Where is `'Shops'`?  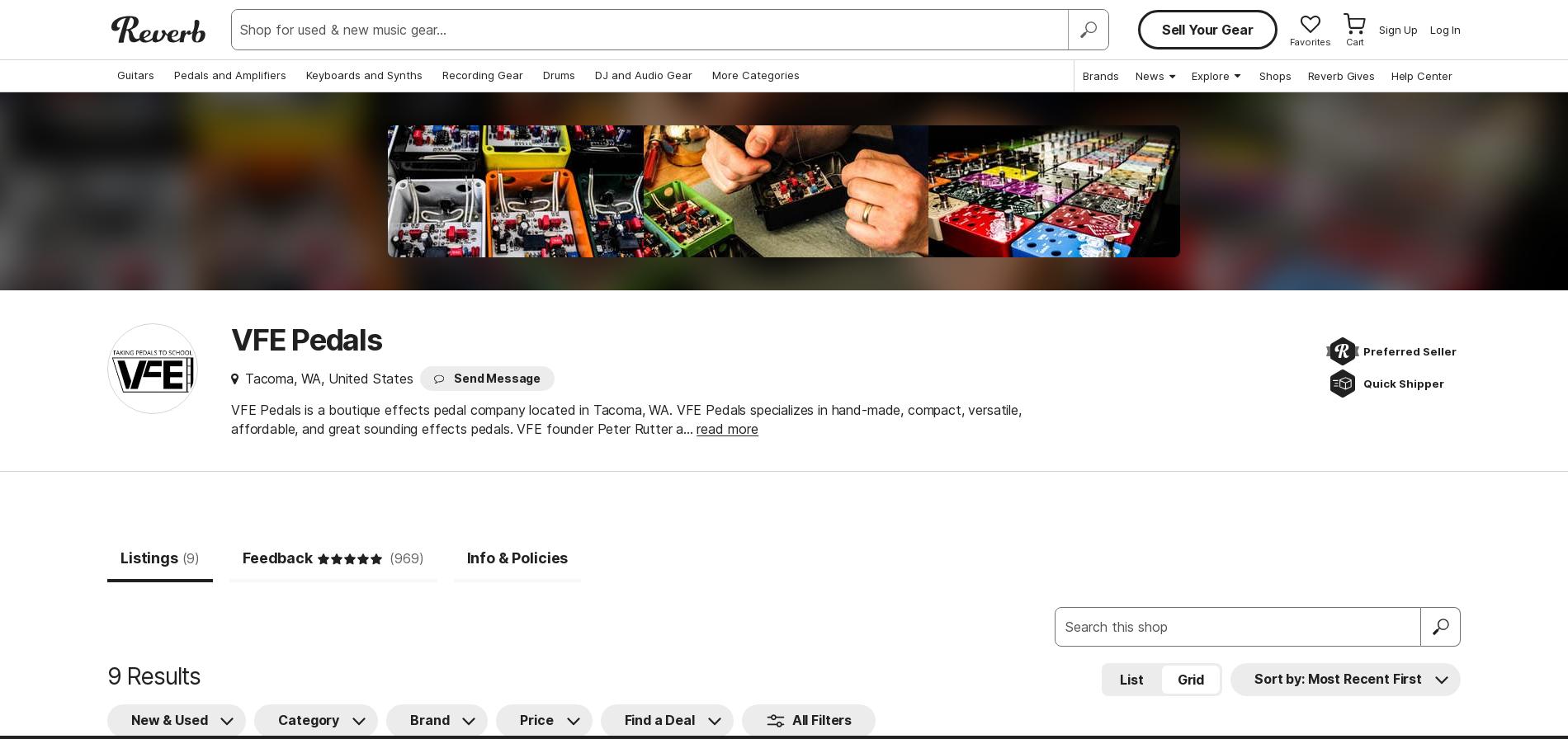
'Shops' is located at coordinates (1275, 76).